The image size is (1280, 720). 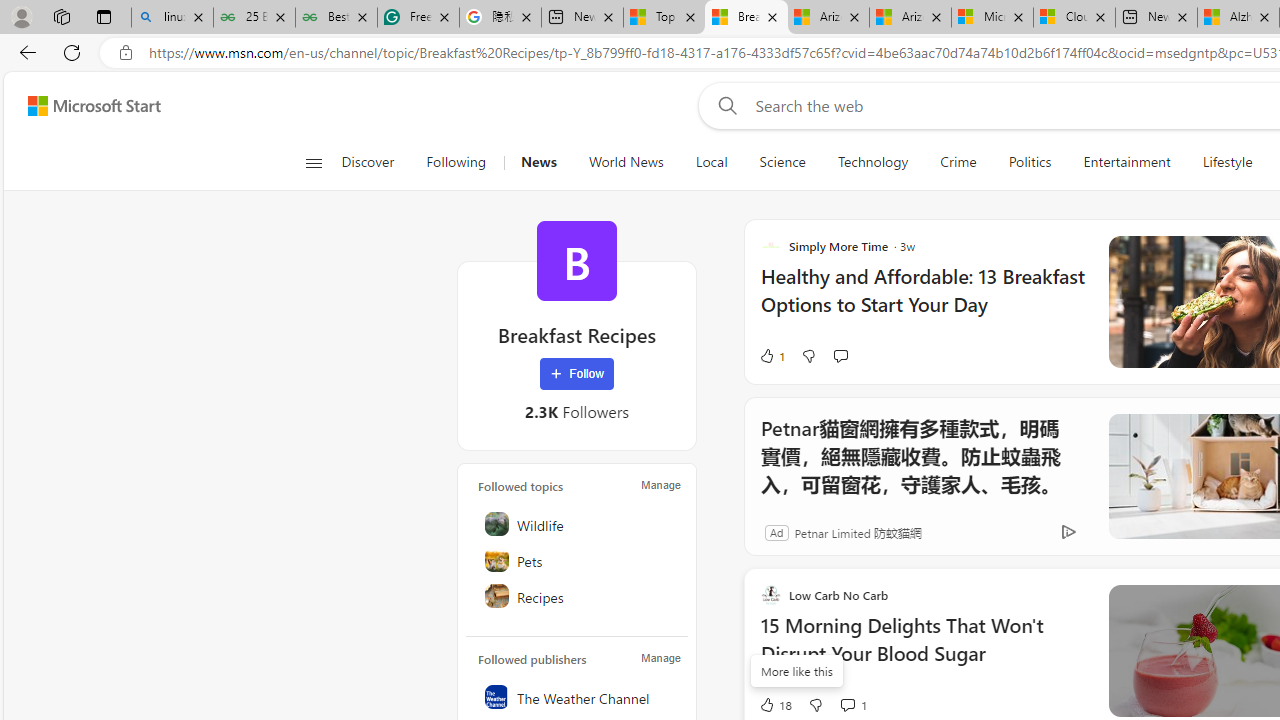 What do you see at coordinates (745, 17) in the screenshot?
I see `'Breakfast Recipes - MSN'` at bounding box center [745, 17].